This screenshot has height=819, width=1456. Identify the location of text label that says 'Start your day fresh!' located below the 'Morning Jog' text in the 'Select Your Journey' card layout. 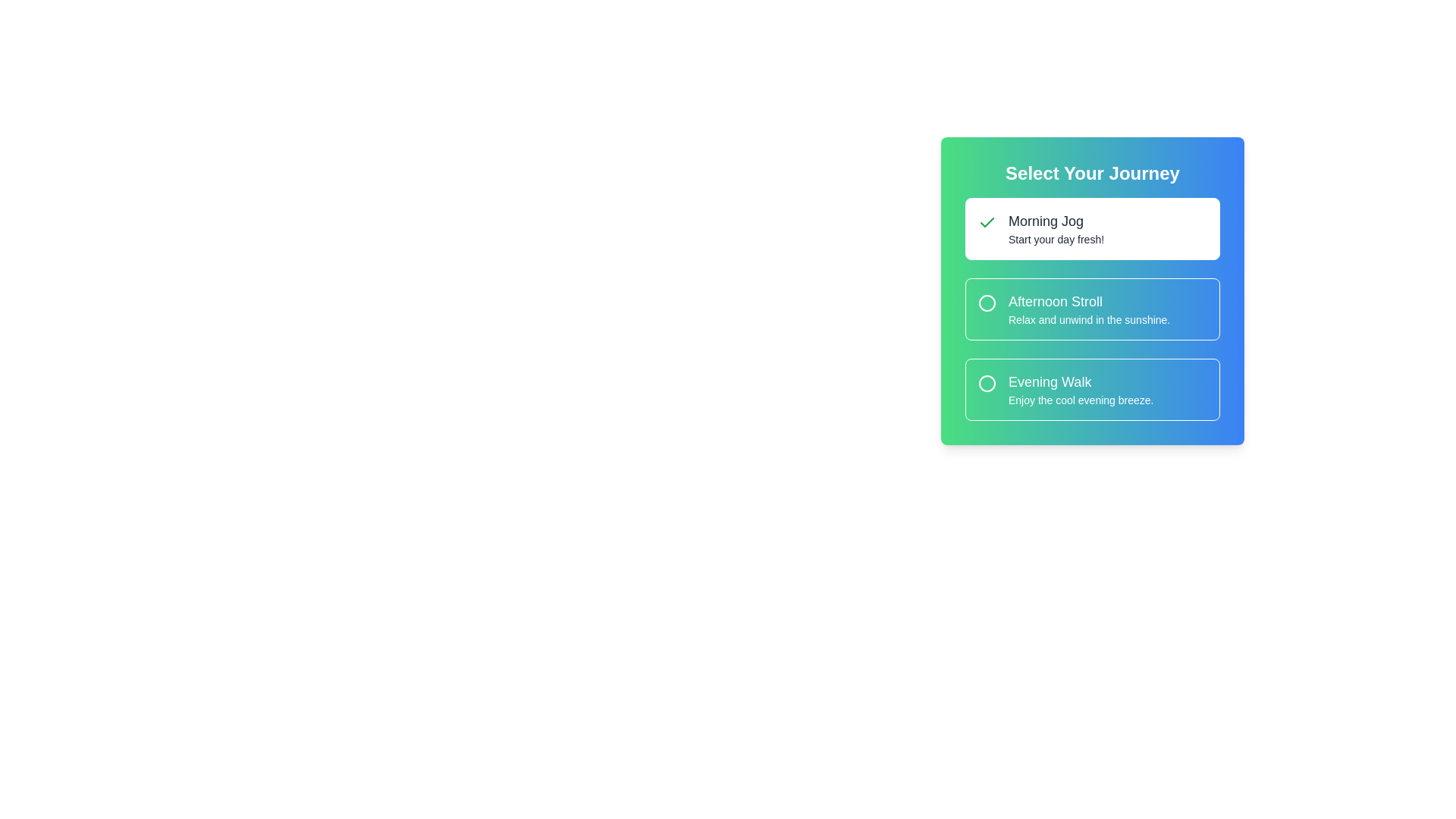
(1055, 239).